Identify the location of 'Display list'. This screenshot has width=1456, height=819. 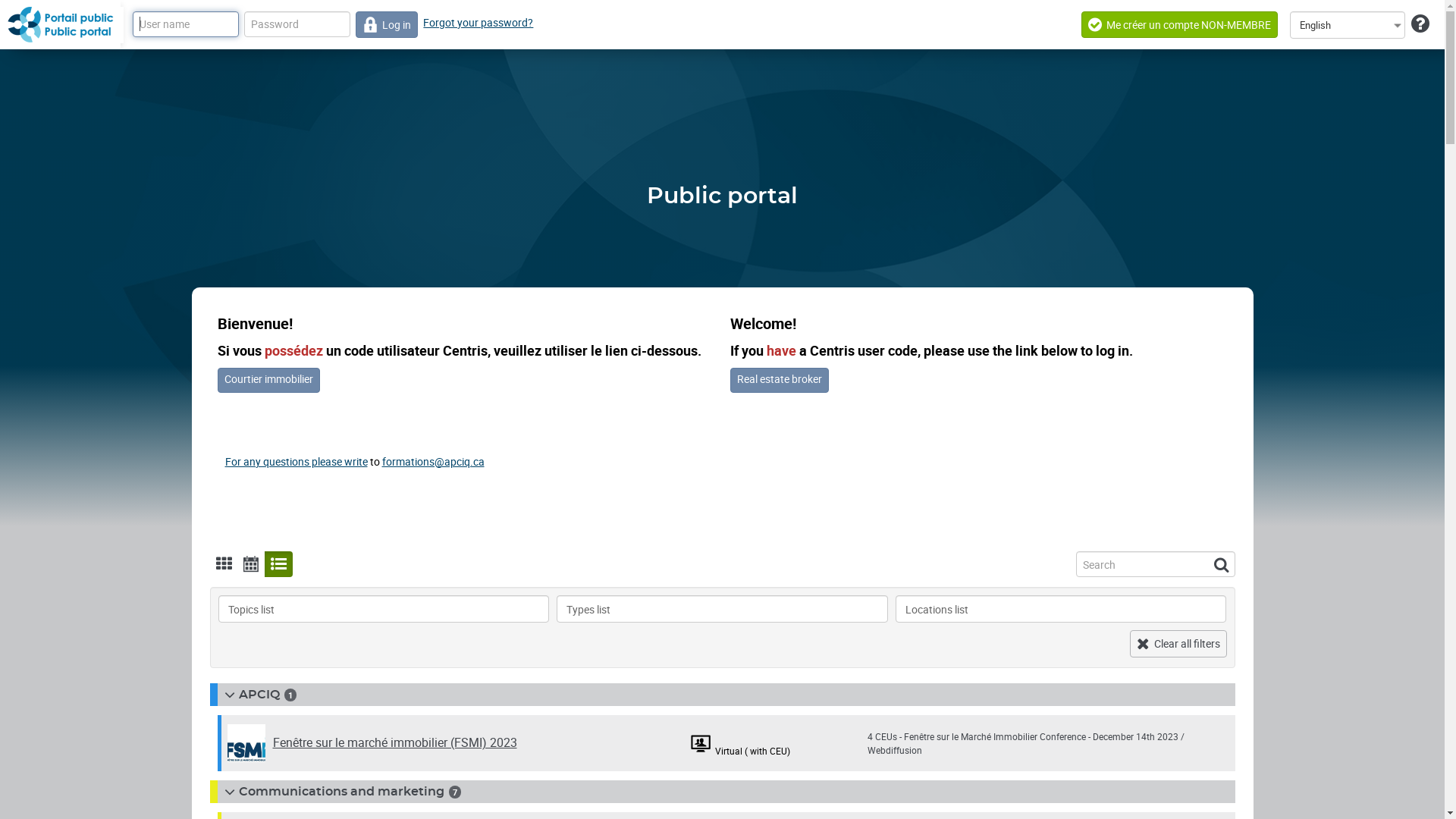
(278, 564).